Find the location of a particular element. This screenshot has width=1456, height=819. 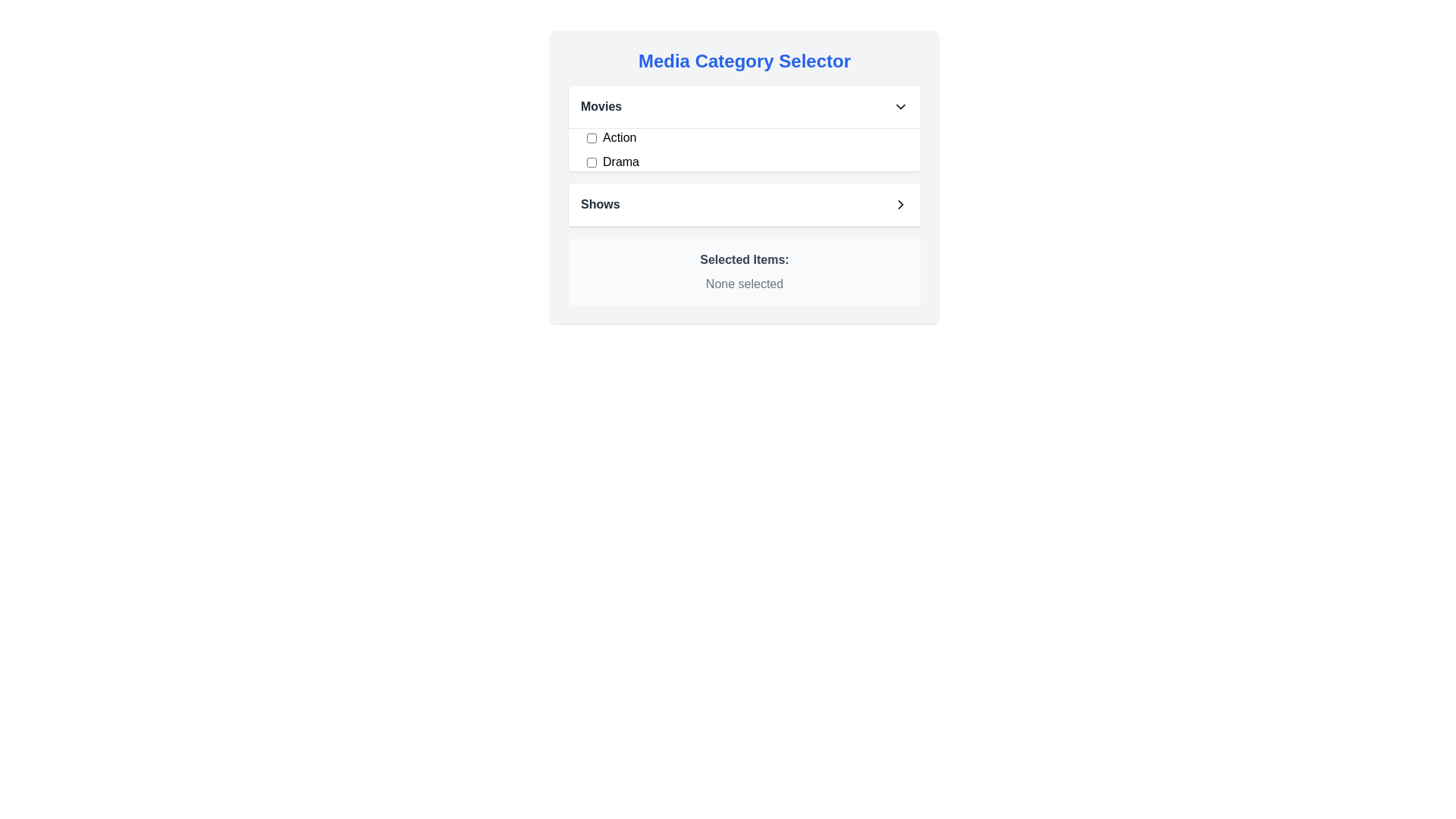

the chevron-down icon (Dropdown indicator) located on the right side of the 'Movies' label in the horizontal bar is located at coordinates (901, 106).